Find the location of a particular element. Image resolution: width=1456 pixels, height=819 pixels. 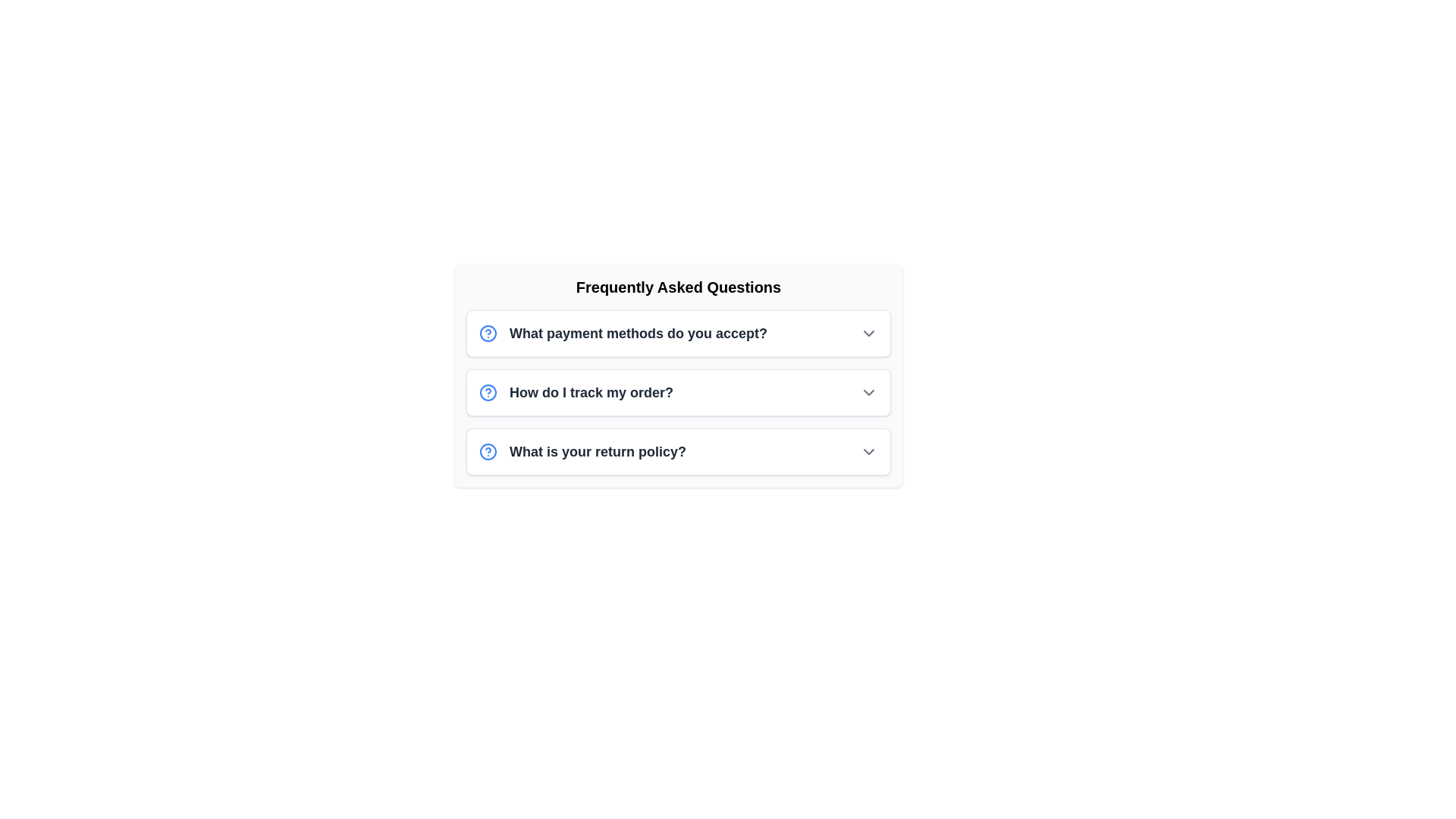

the Icon (Chevron Down) at the far right end of the row labeled 'What is your return policy?' for potential visual feedback is located at coordinates (869, 451).